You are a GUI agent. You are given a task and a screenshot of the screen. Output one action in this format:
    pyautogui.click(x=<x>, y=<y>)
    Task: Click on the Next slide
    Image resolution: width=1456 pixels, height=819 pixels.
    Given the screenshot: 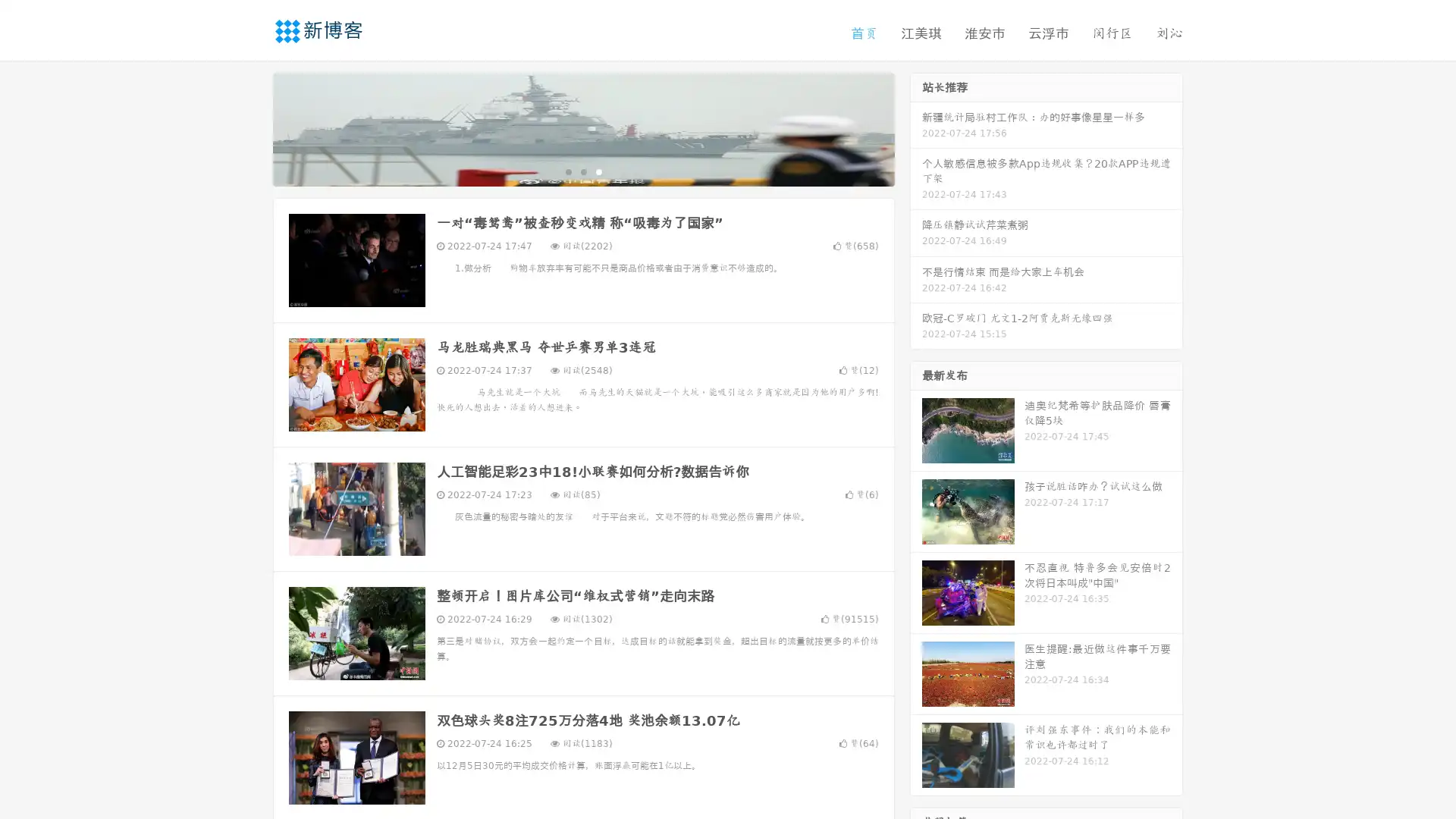 What is the action you would take?
    pyautogui.click(x=916, y=127)
    